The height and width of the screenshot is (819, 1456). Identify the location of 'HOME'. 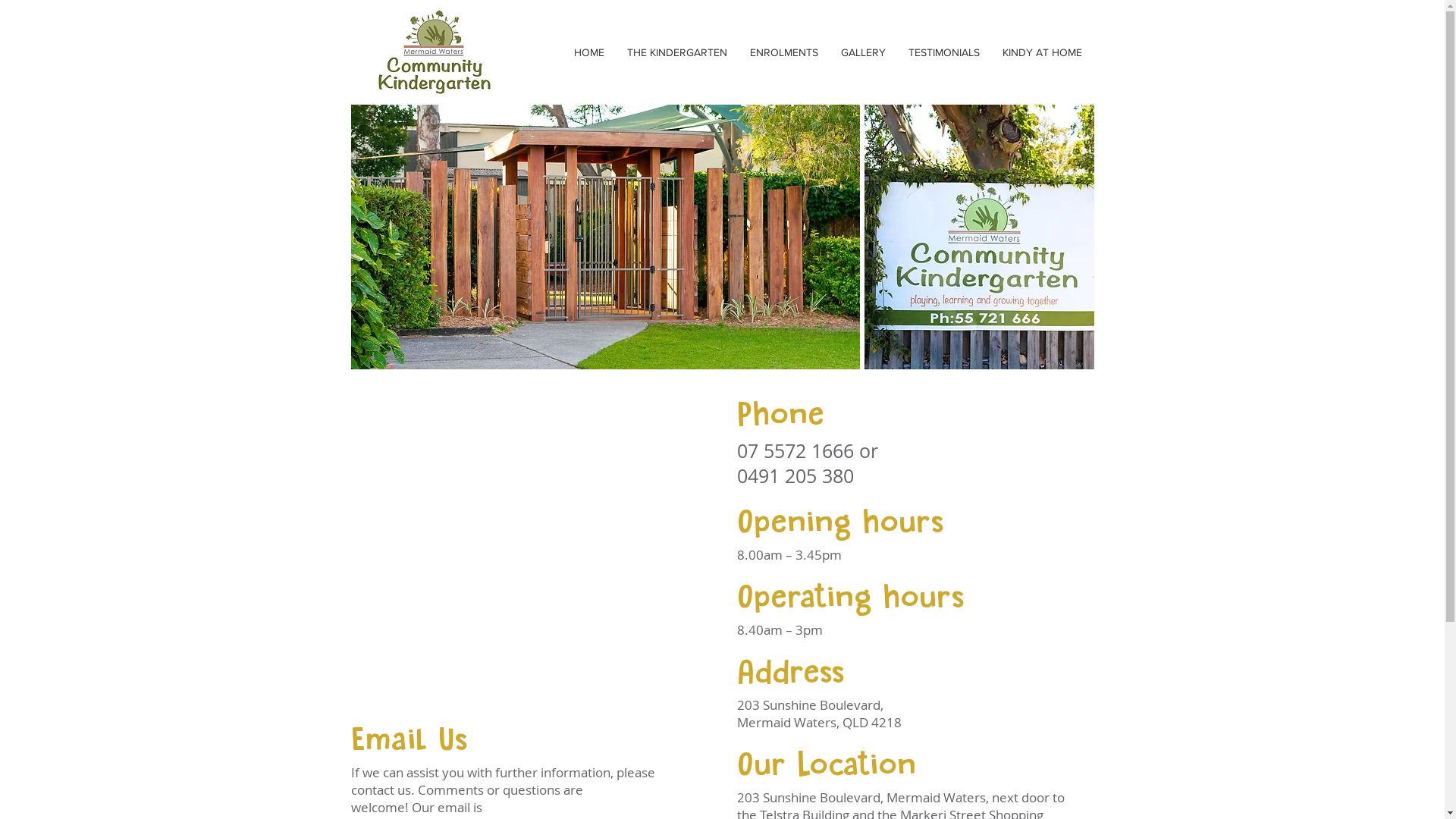
(588, 52).